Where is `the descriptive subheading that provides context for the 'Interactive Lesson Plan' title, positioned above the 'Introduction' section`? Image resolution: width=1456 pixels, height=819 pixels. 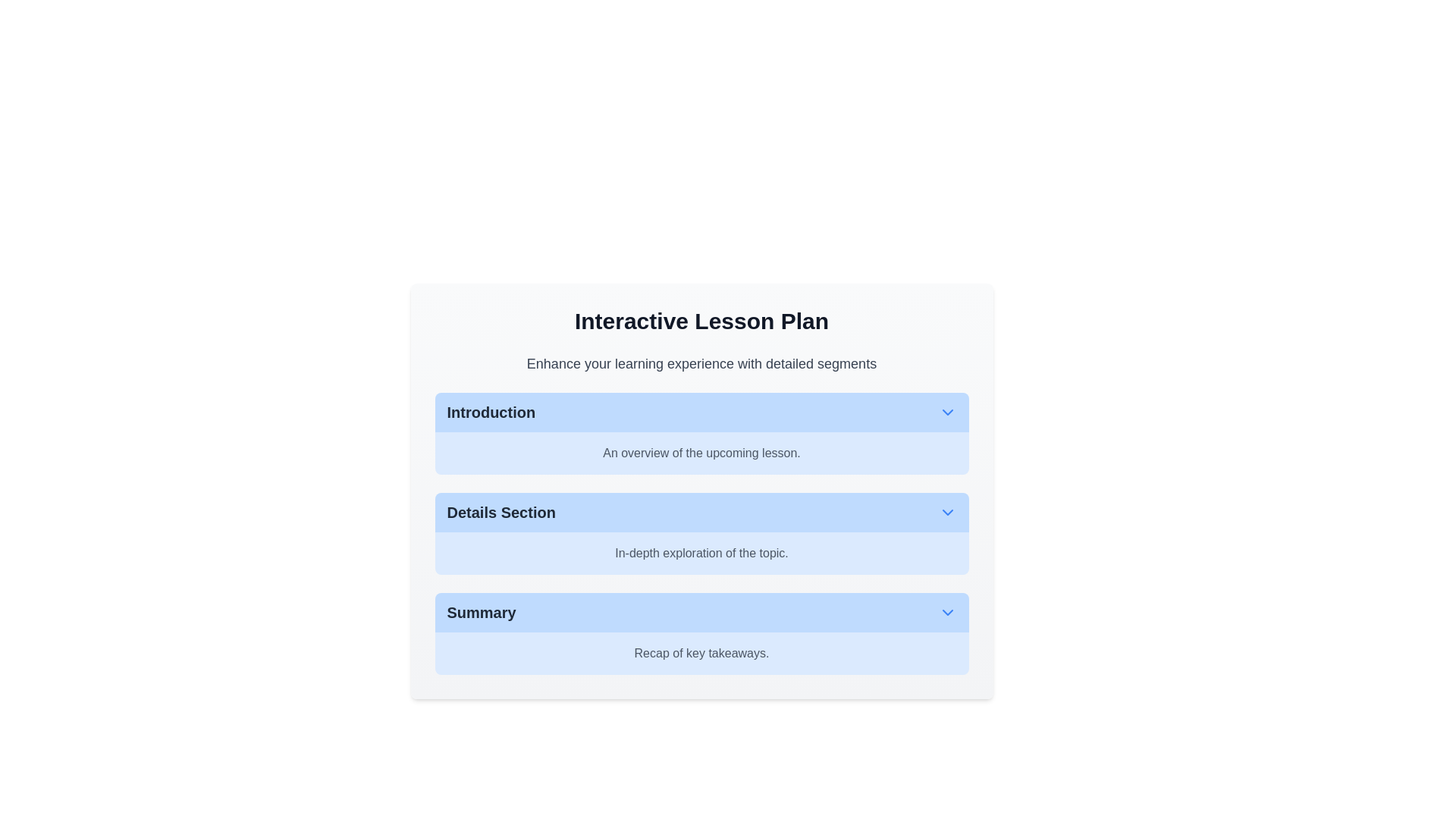
the descriptive subheading that provides context for the 'Interactive Lesson Plan' title, positioned above the 'Introduction' section is located at coordinates (701, 363).